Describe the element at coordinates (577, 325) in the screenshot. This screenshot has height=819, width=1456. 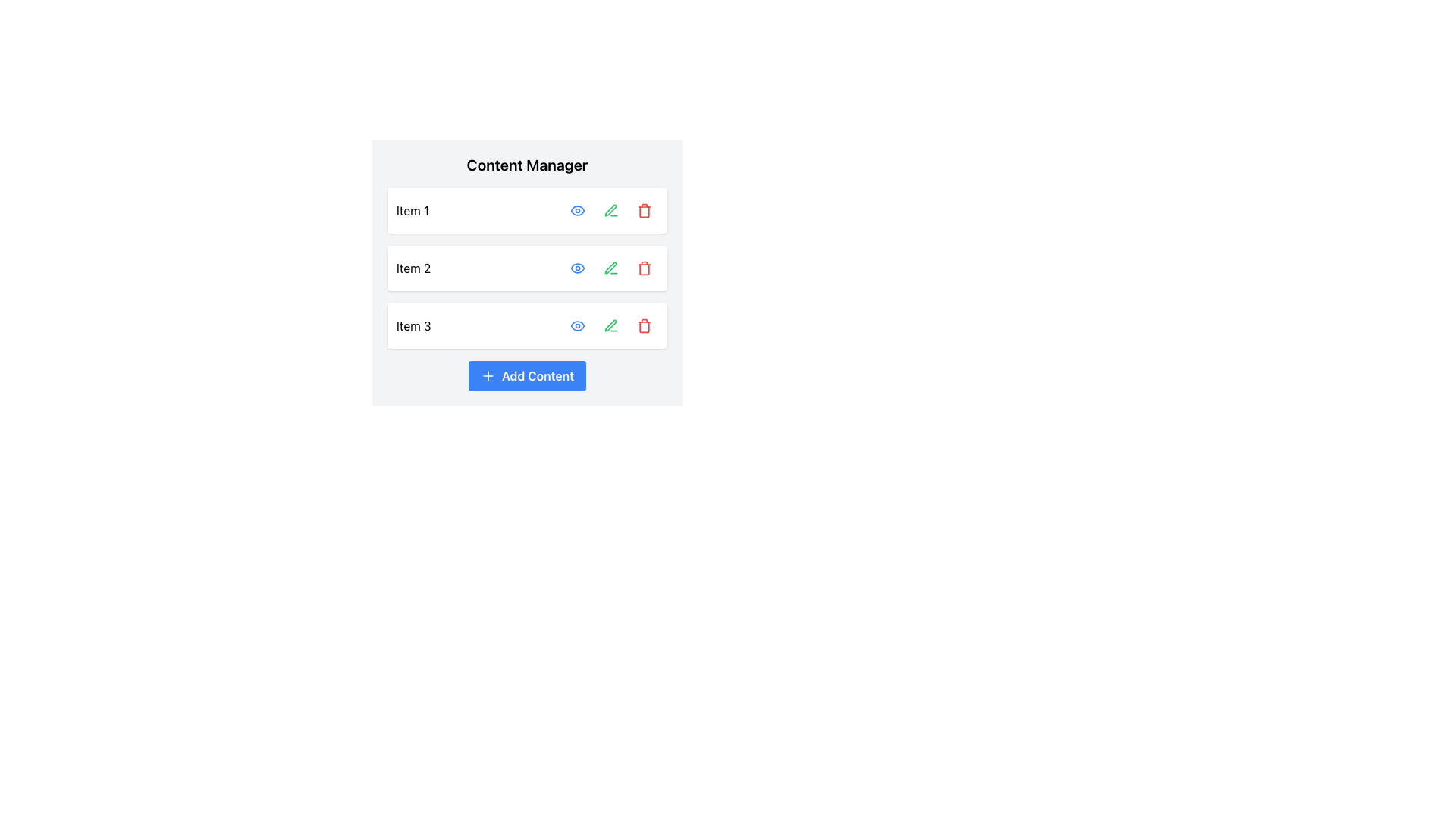
I see `the visibility icon in the context menu of 'Item 3'` at that location.